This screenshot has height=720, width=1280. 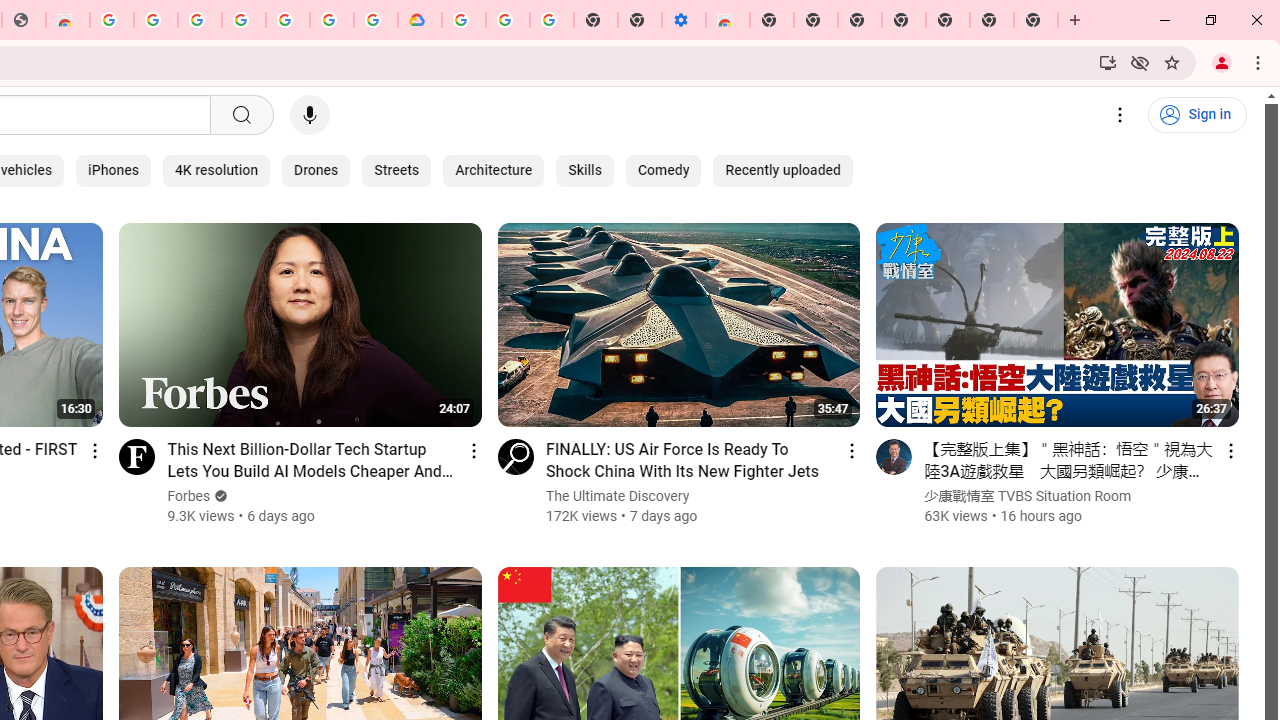 I want to click on 'Sign in - Google Accounts', so click(x=199, y=20).